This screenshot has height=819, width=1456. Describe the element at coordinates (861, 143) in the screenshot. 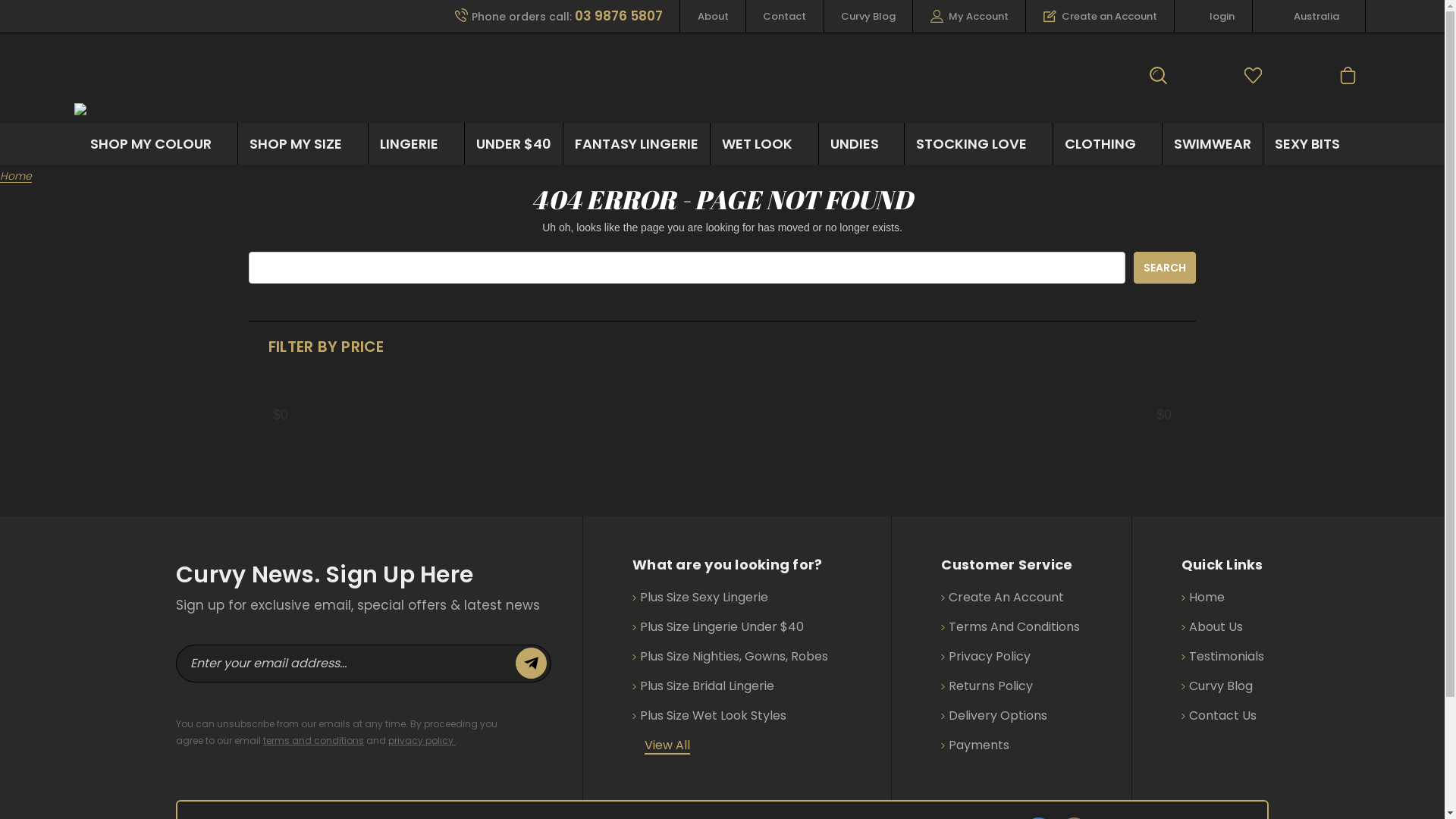

I see `'UNDIES'` at that location.